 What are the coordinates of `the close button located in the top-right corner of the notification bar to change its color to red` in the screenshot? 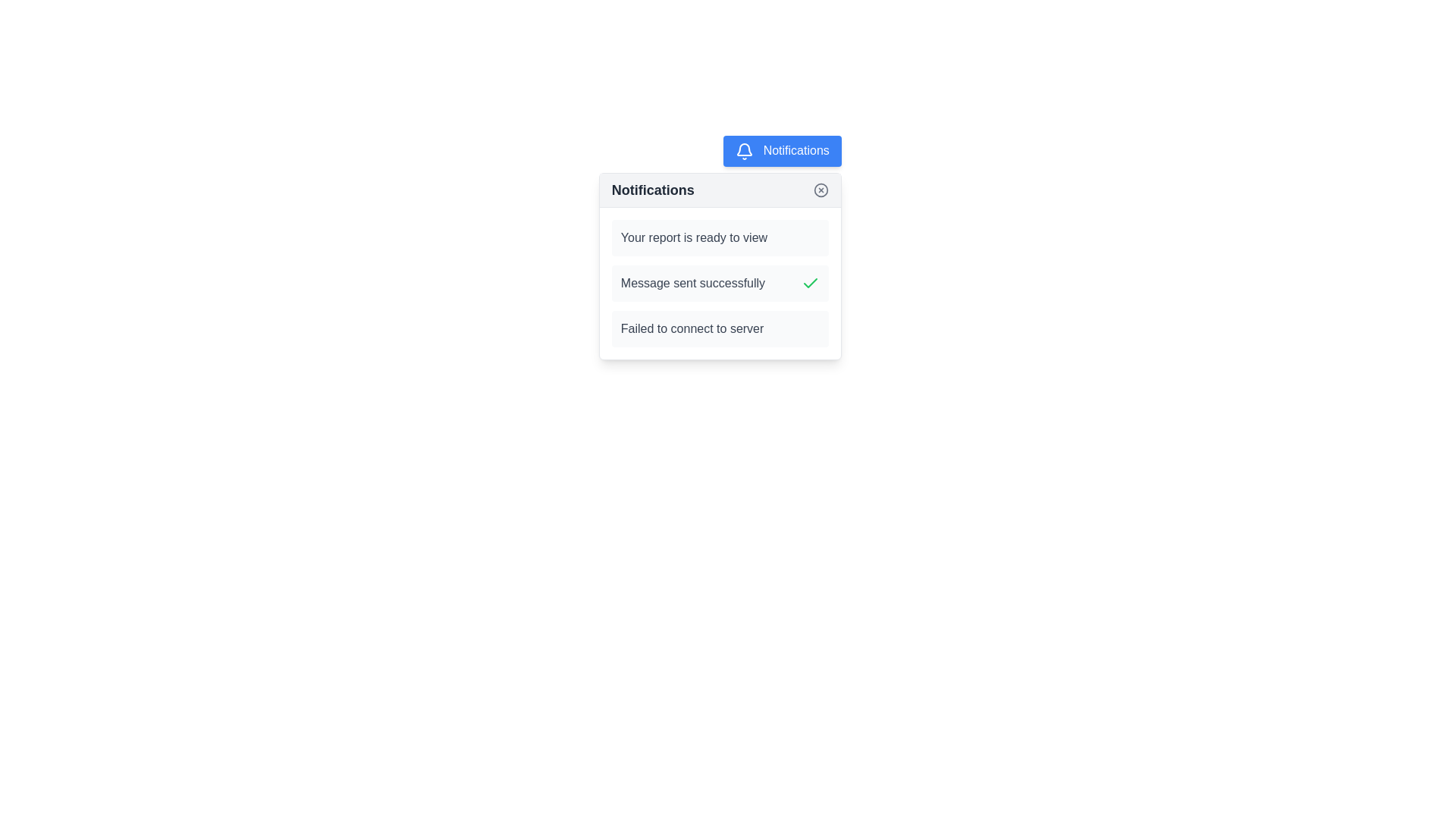 It's located at (820, 189).